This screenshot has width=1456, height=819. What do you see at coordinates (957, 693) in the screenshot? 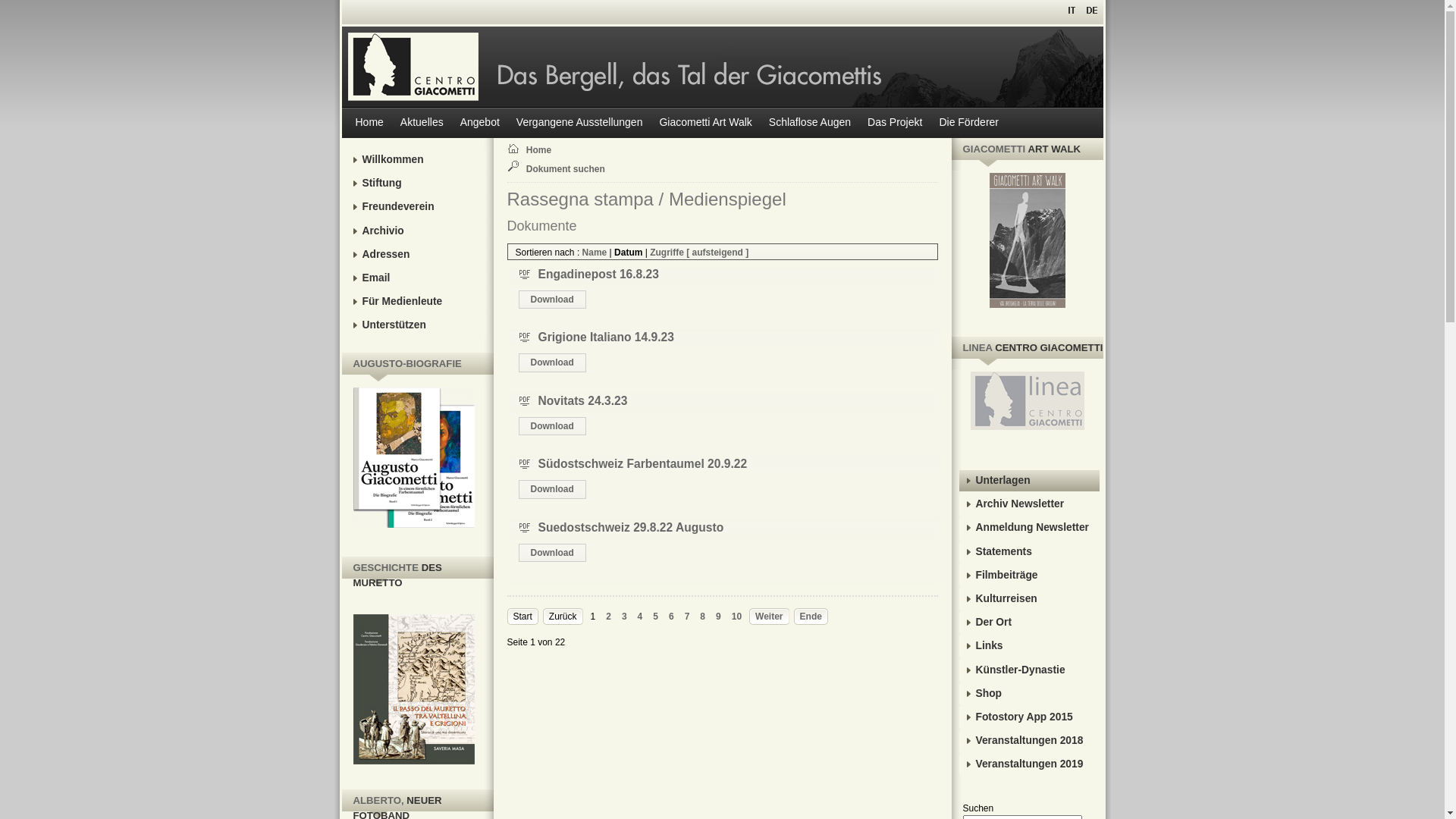
I see `'Shop'` at bounding box center [957, 693].